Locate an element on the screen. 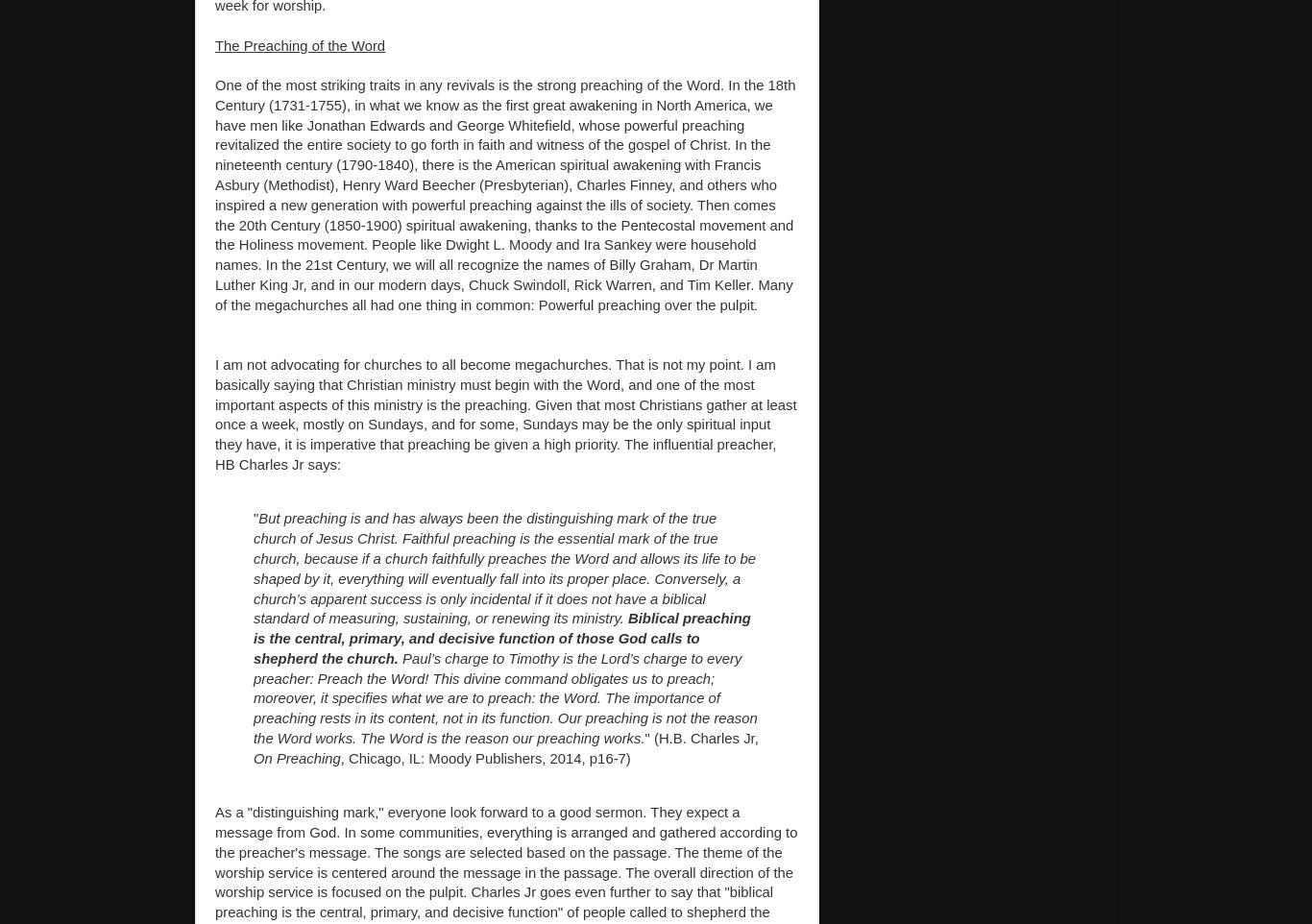  'One of the most striking traits in any revivals is the strong preaching of the Word. In the 18th Century (1731-1755), in what we know as the first great awakening in North America, we have men like Jonathan Edwards and George Whitefield, whose powerful preaching revitalized the entire society to go forth in faith and witness of the gospel of Christ. In the nineteenth century (1790-1840), there is the American spiritual awakening with Francis Asbury (Methodist), Henry Ward Beecher (Presbyterian), Charles Finney, and others who inspired a new generation with powerful preaching against the ills of society. Then comes the 20th Century (1850-1900) spiritual awakening, thanks to the Pentecostal movement and the Holiness movement. People like Dwight L. Moody and Ira Sankey were household names. In the 21st Century, we will all recognize the names of Billy Graham, Dr Martin Luther King Jr, and in our modern days, Chuck Swindoll, Rick Warren, and Tim Keller. Many of the megachurches all had one thing in common: Powerful preaching over the pulpit.' is located at coordinates (505, 193).